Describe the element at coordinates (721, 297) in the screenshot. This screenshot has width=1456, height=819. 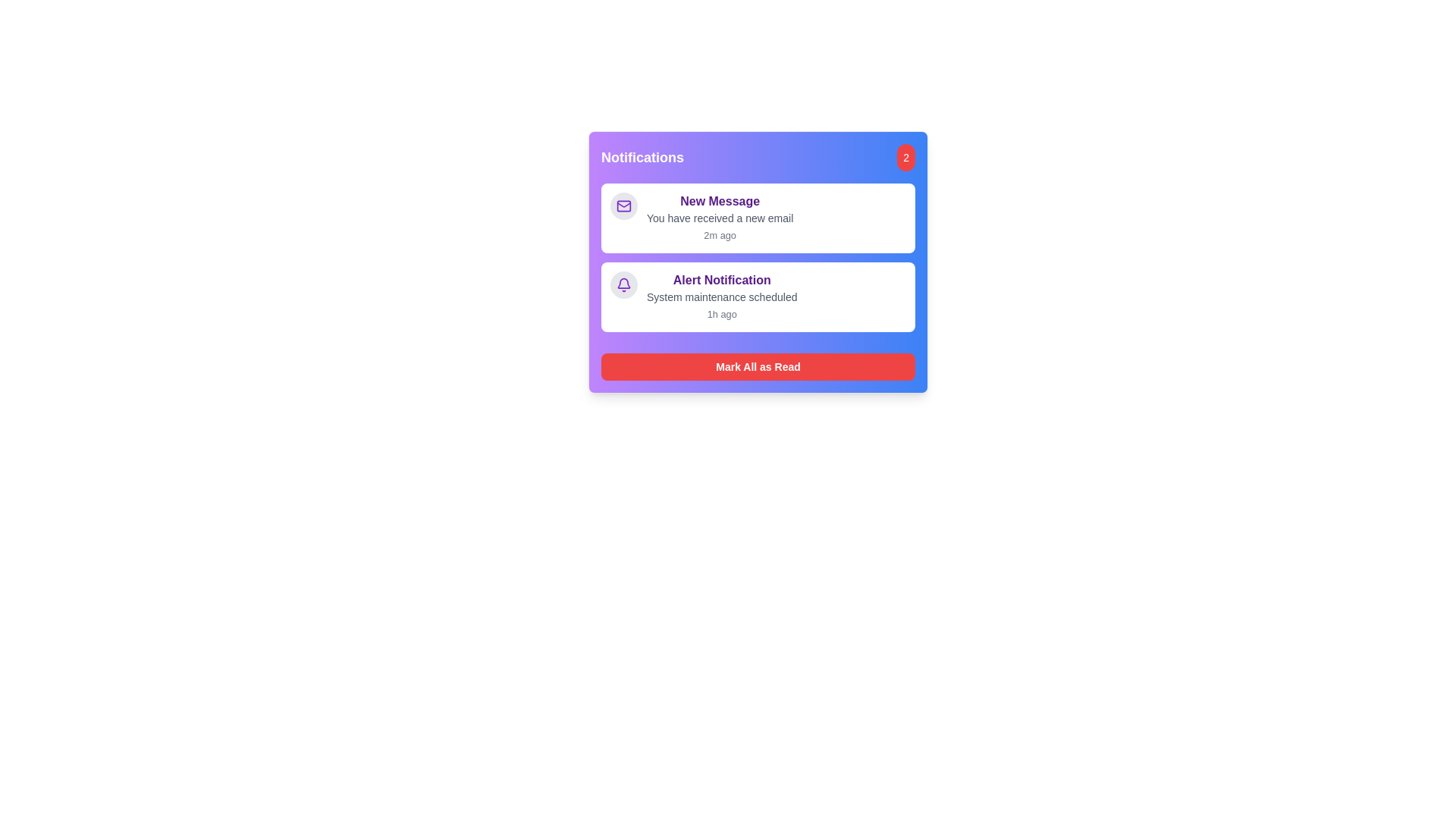
I see `the Notification block containing the text 'Alert Notification'` at that location.